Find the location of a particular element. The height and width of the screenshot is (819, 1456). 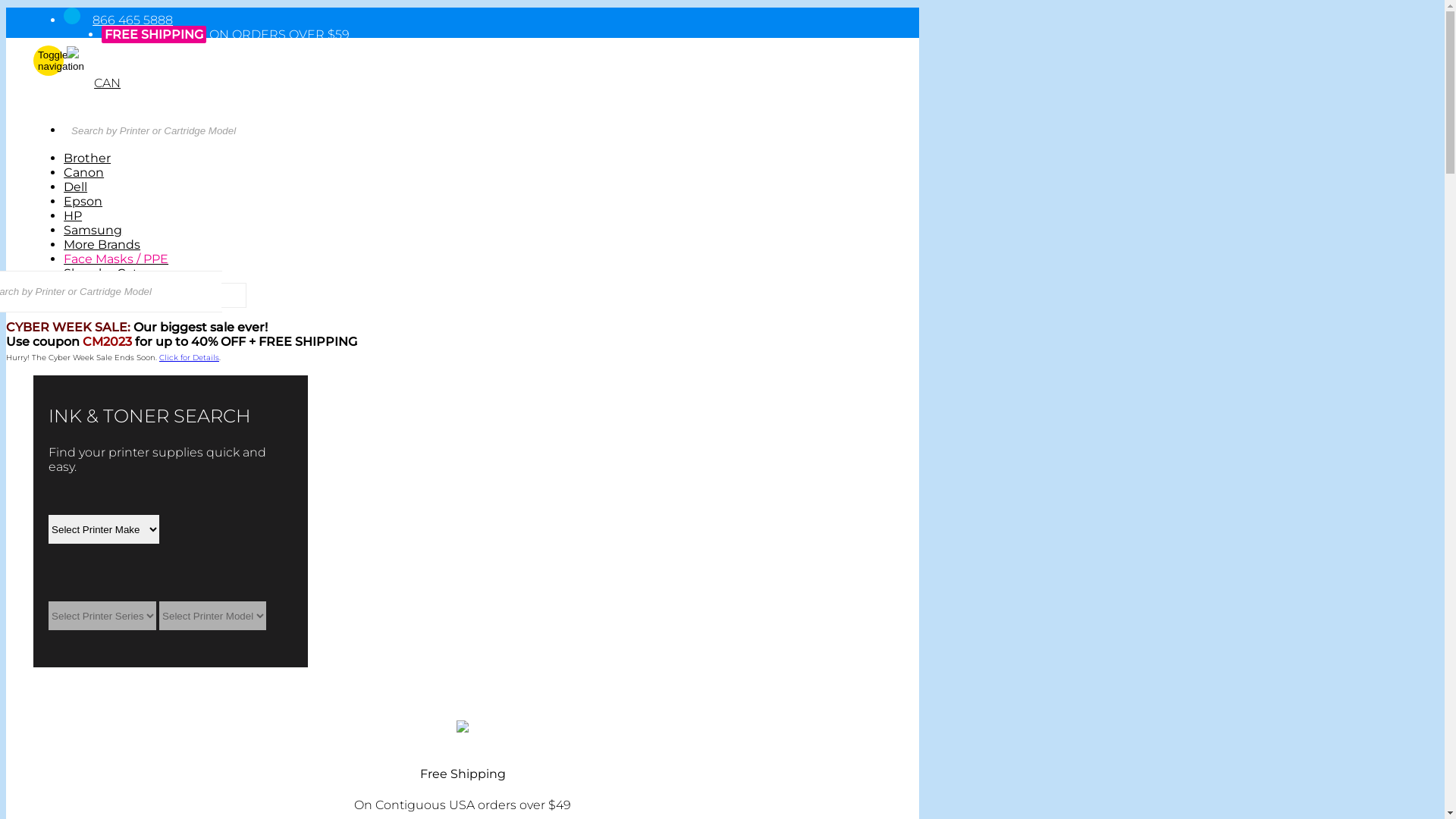

'  My Account' is located at coordinates (101, 97).